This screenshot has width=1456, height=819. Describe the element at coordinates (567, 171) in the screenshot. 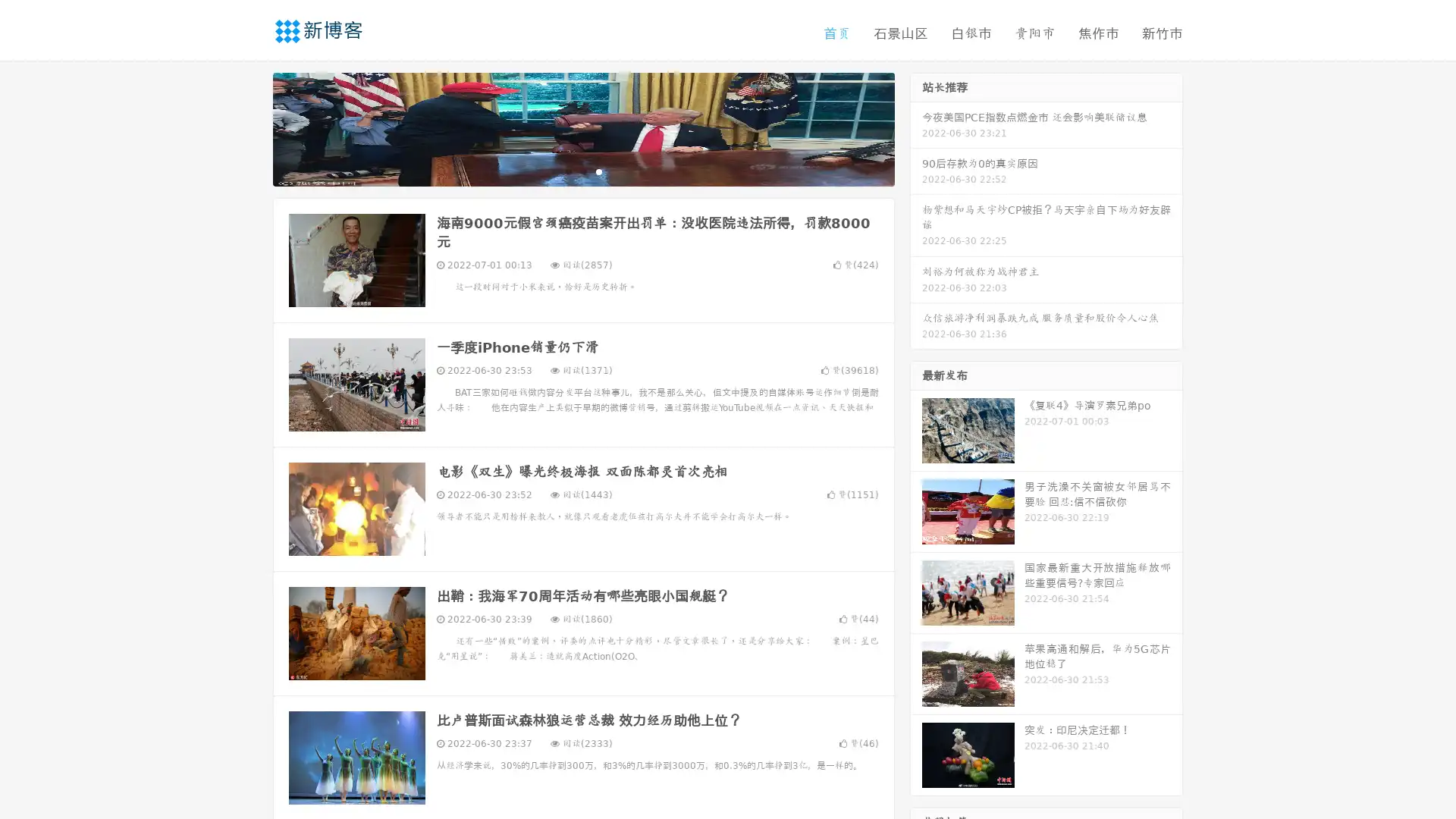

I see `Go to slide 1` at that location.